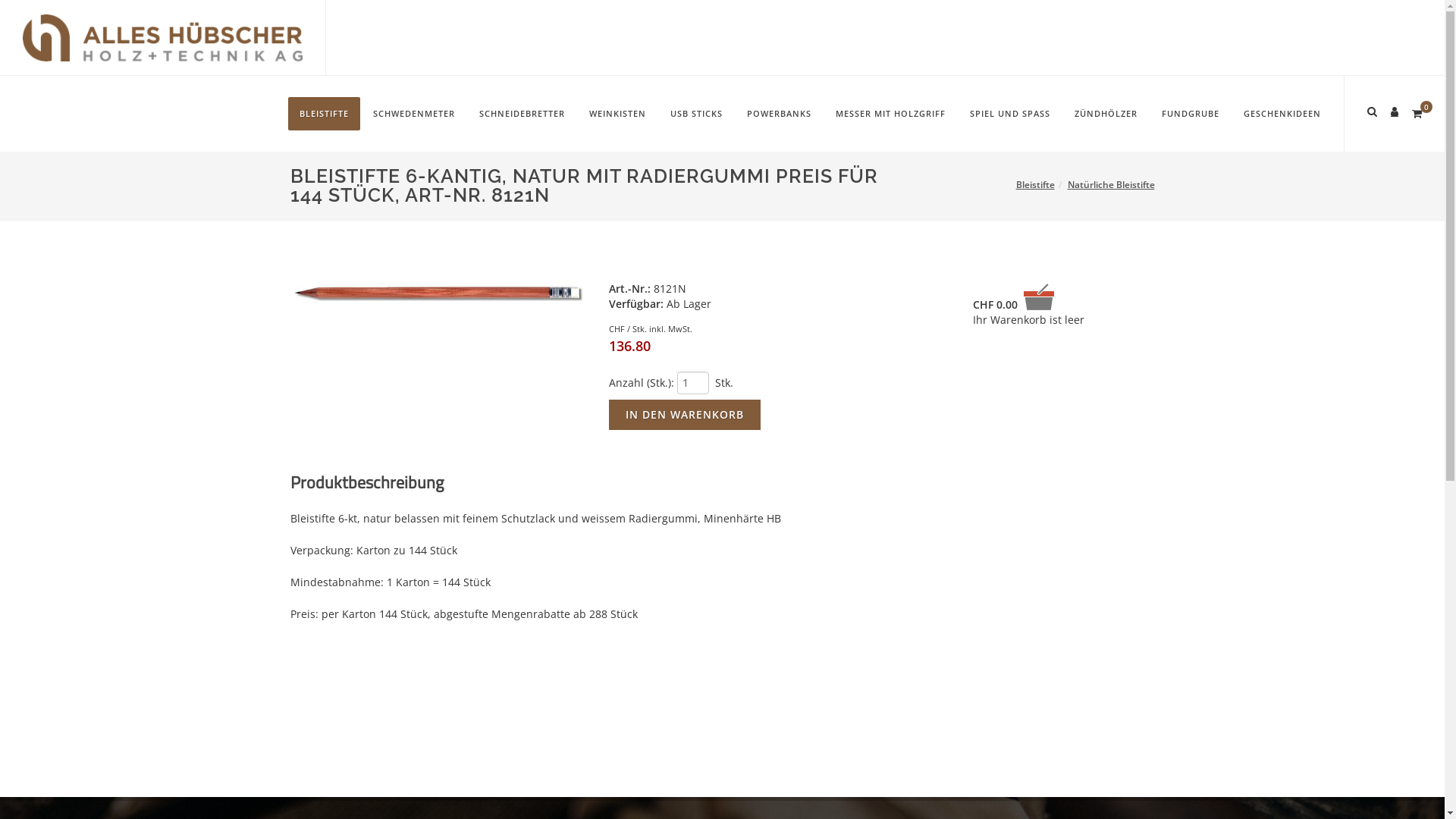  What do you see at coordinates (957, 113) in the screenshot?
I see `'SPIEL UND SPASS'` at bounding box center [957, 113].